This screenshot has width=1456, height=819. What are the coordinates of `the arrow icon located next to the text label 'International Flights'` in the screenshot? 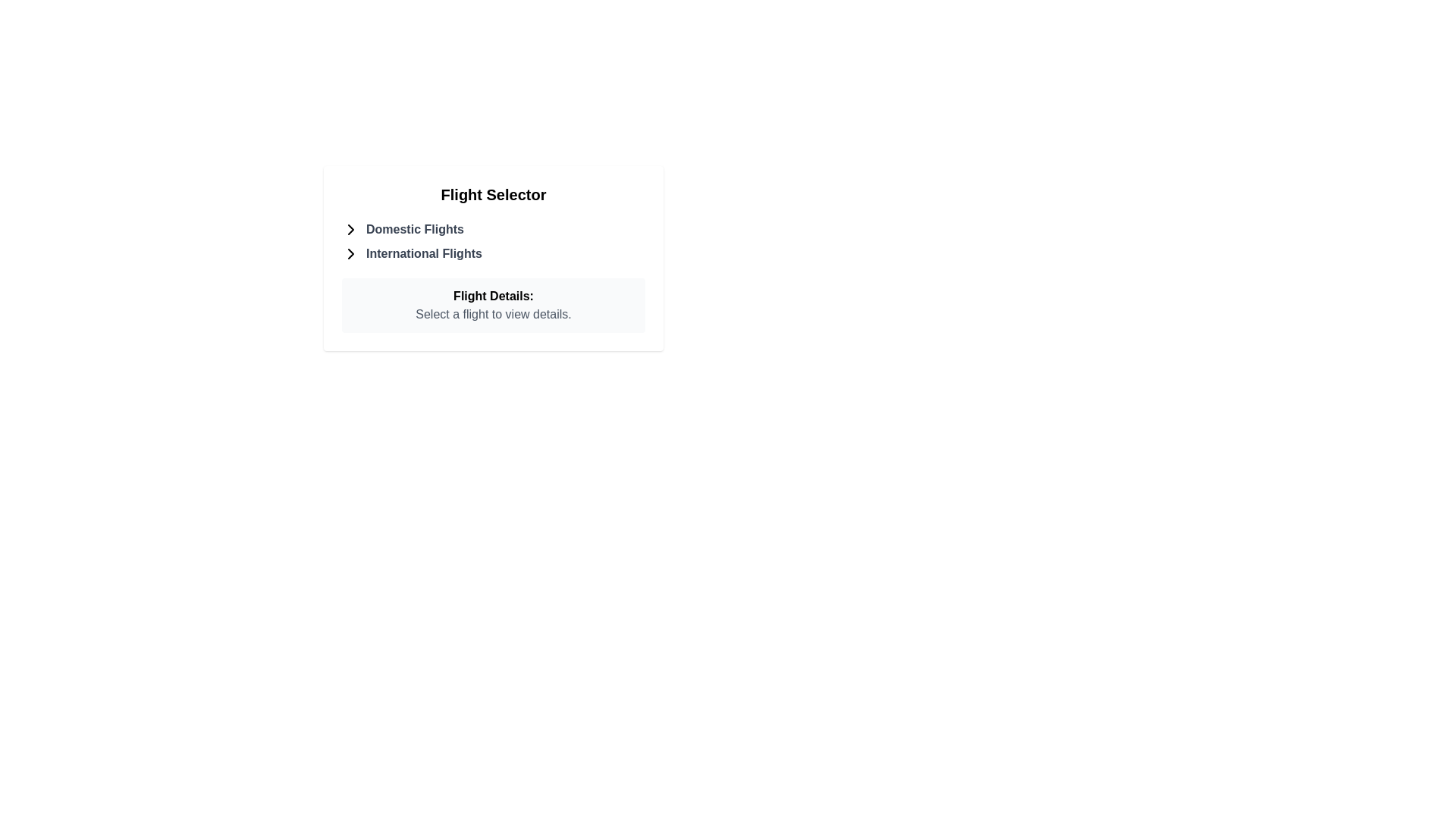 It's located at (350, 253).